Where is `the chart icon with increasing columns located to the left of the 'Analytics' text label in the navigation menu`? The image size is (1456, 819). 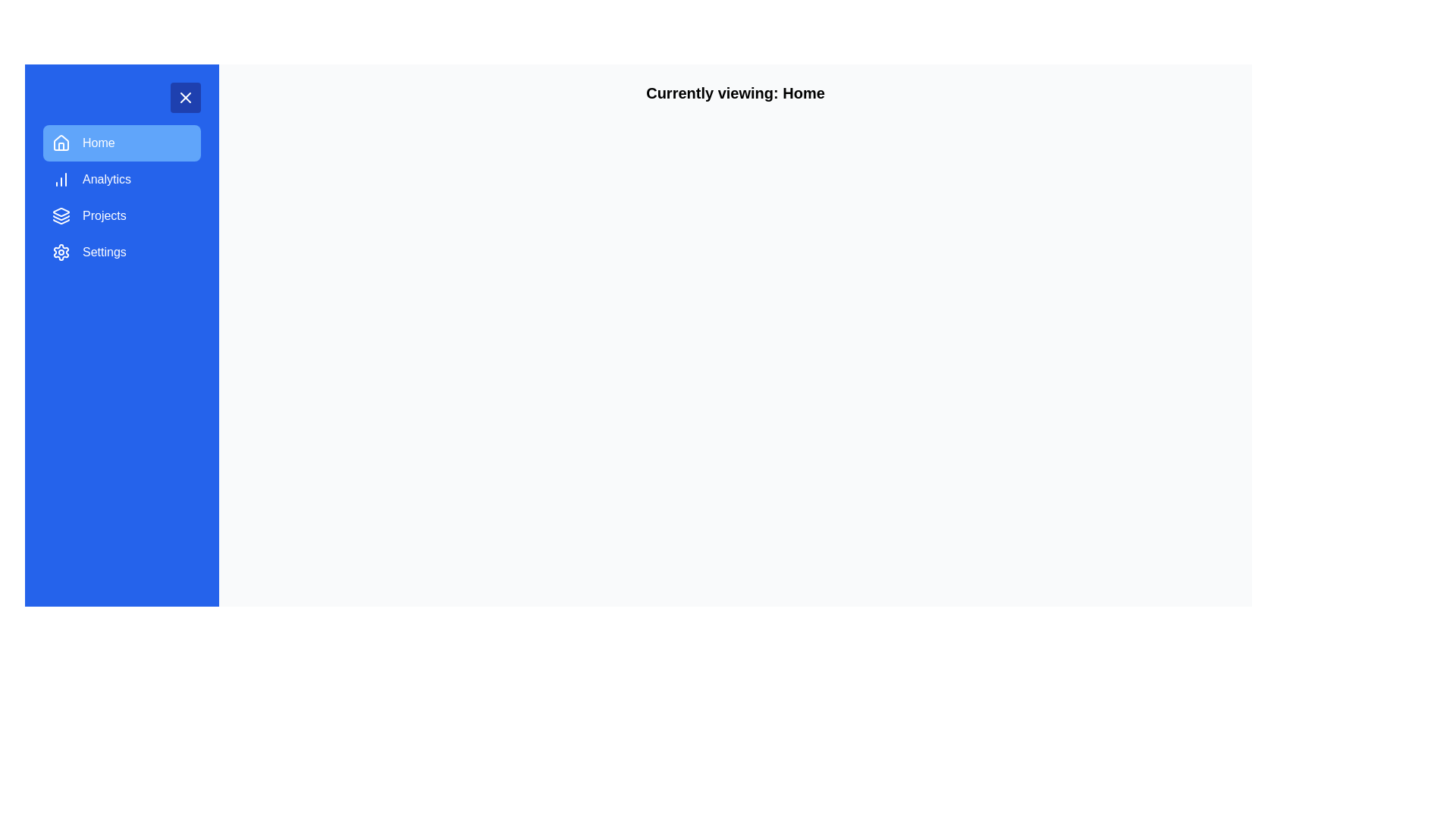
the chart icon with increasing columns located to the left of the 'Analytics' text label in the navigation menu is located at coordinates (61, 178).